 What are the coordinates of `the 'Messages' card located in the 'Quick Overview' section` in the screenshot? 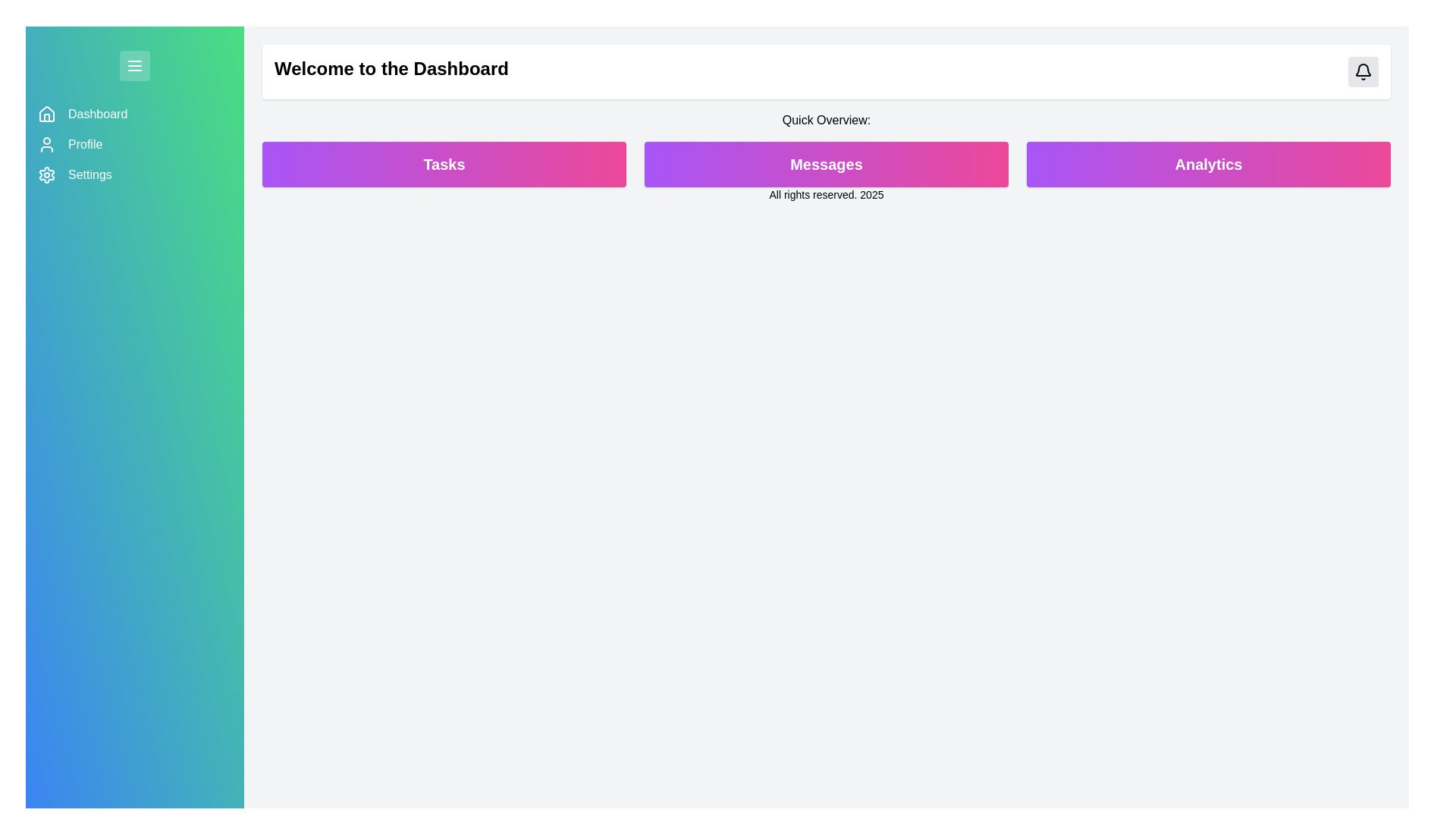 It's located at (825, 164).